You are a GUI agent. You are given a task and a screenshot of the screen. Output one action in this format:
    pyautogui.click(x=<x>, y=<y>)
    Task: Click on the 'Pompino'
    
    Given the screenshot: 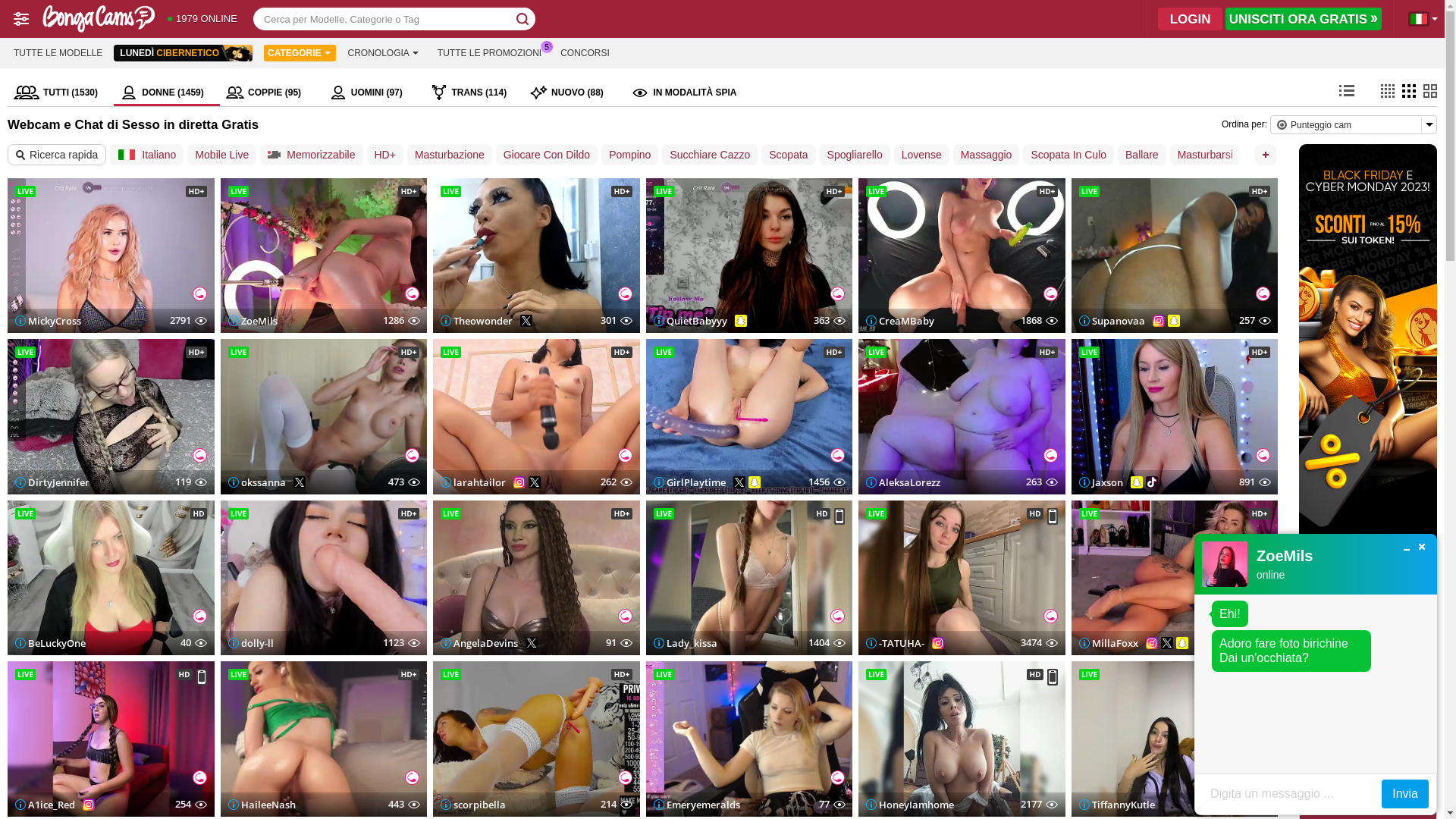 What is the action you would take?
    pyautogui.click(x=629, y=155)
    